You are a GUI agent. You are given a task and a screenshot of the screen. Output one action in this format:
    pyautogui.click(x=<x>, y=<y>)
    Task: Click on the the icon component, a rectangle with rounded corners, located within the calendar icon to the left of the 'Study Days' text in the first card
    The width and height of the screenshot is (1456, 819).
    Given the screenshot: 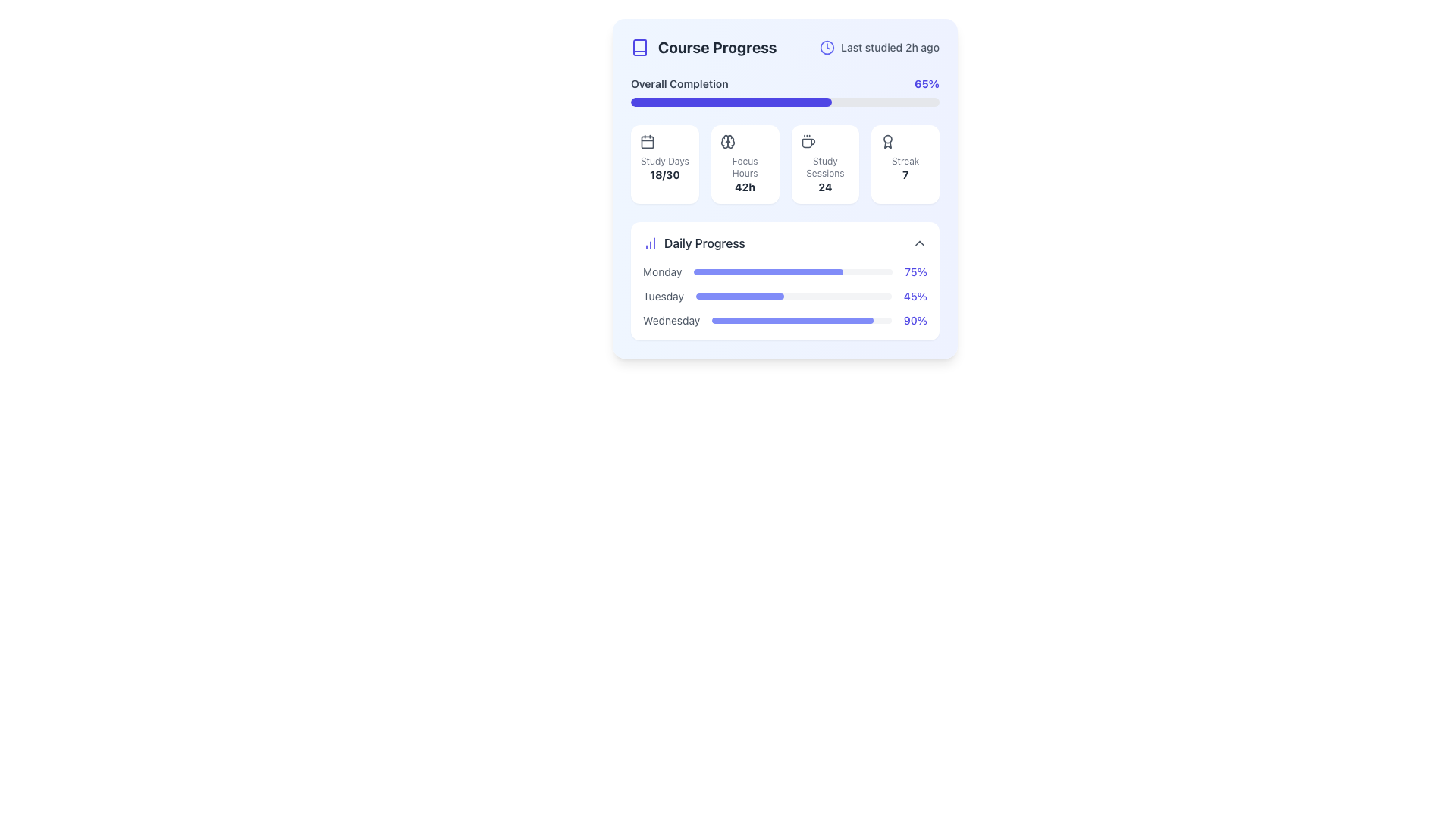 What is the action you would take?
    pyautogui.click(x=648, y=141)
    